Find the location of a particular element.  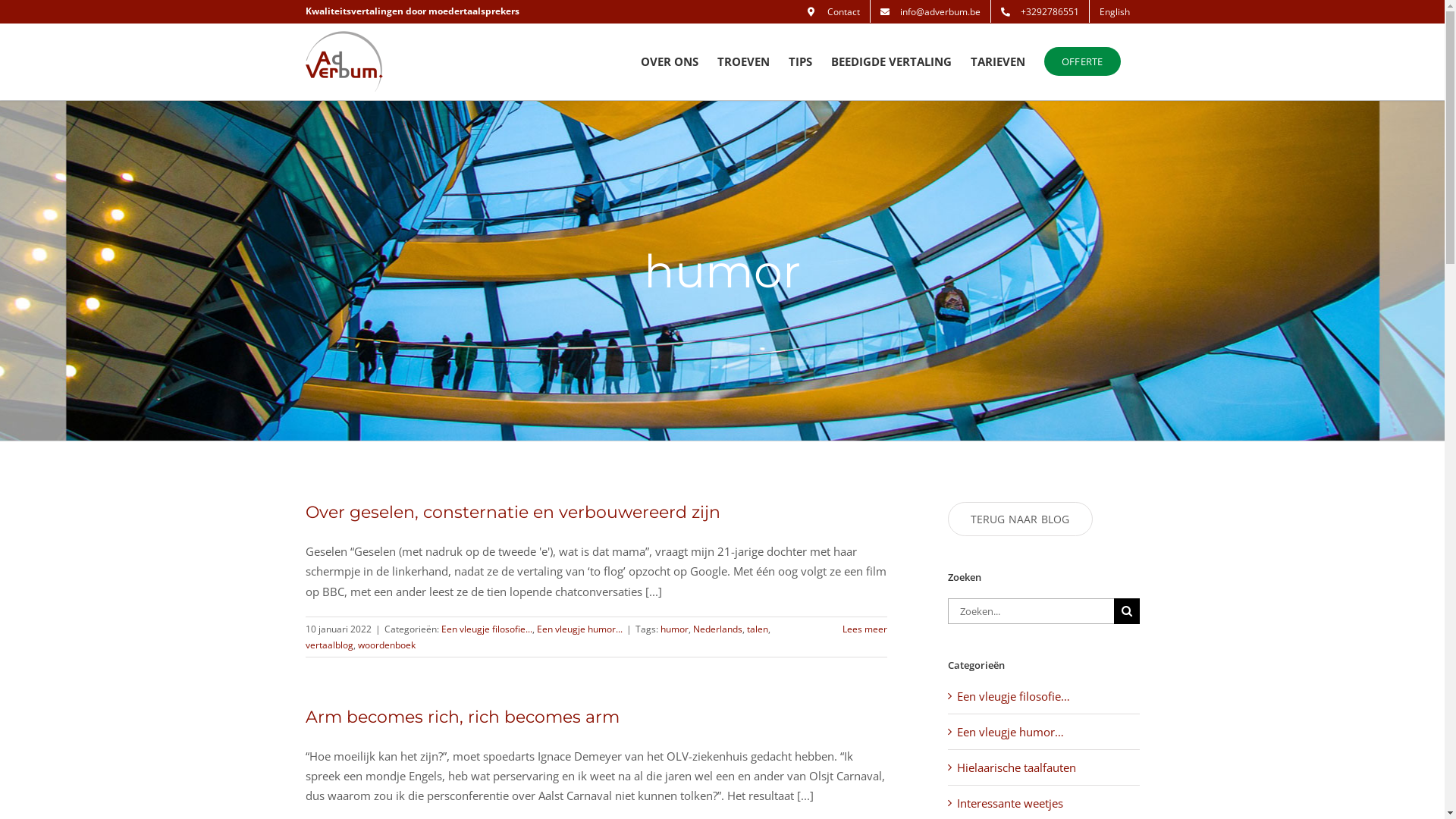

'Interessante weetjes' is located at coordinates (1043, 802).